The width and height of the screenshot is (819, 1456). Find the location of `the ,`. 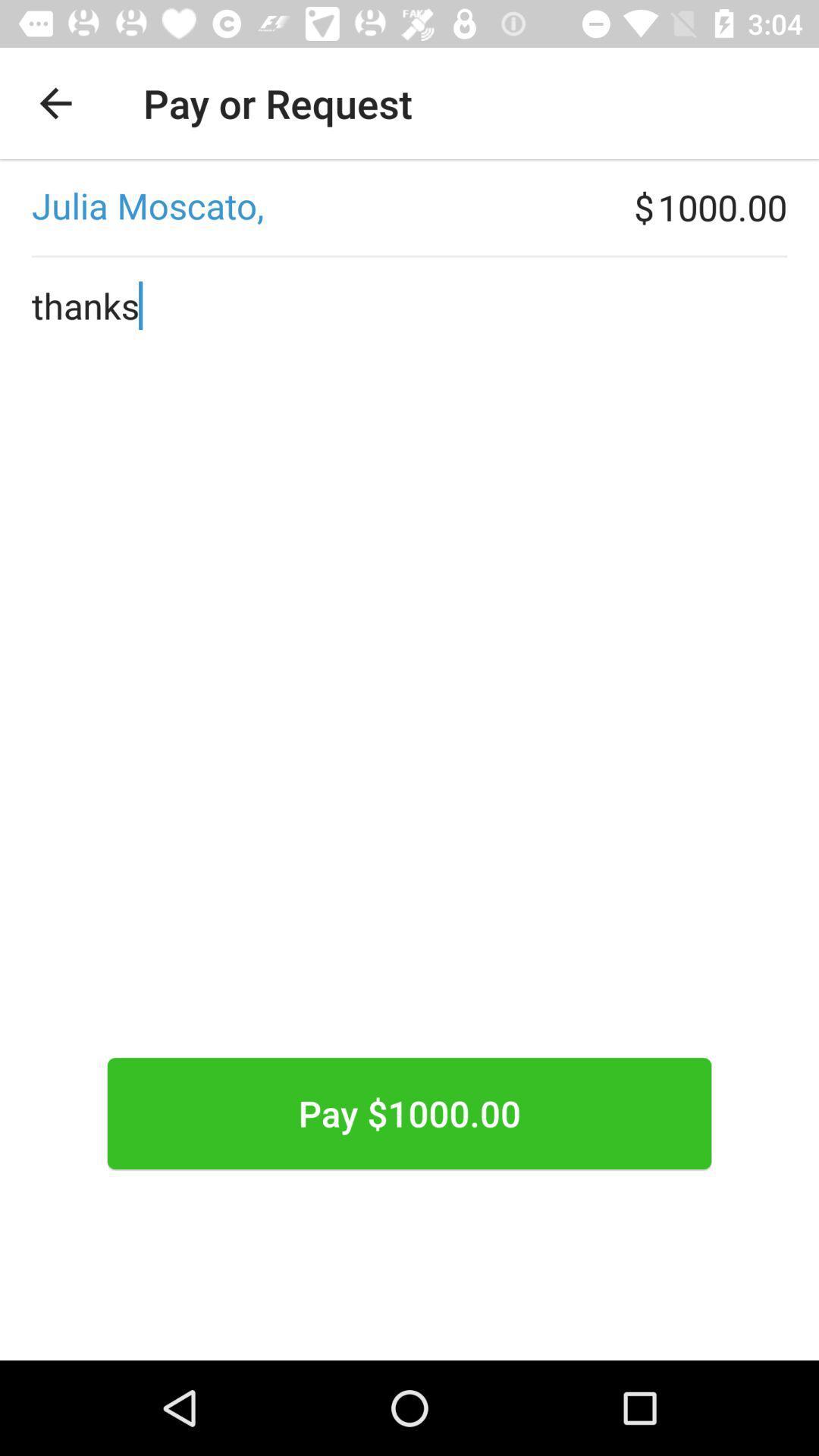

the , is located at coordinates (316, 206).